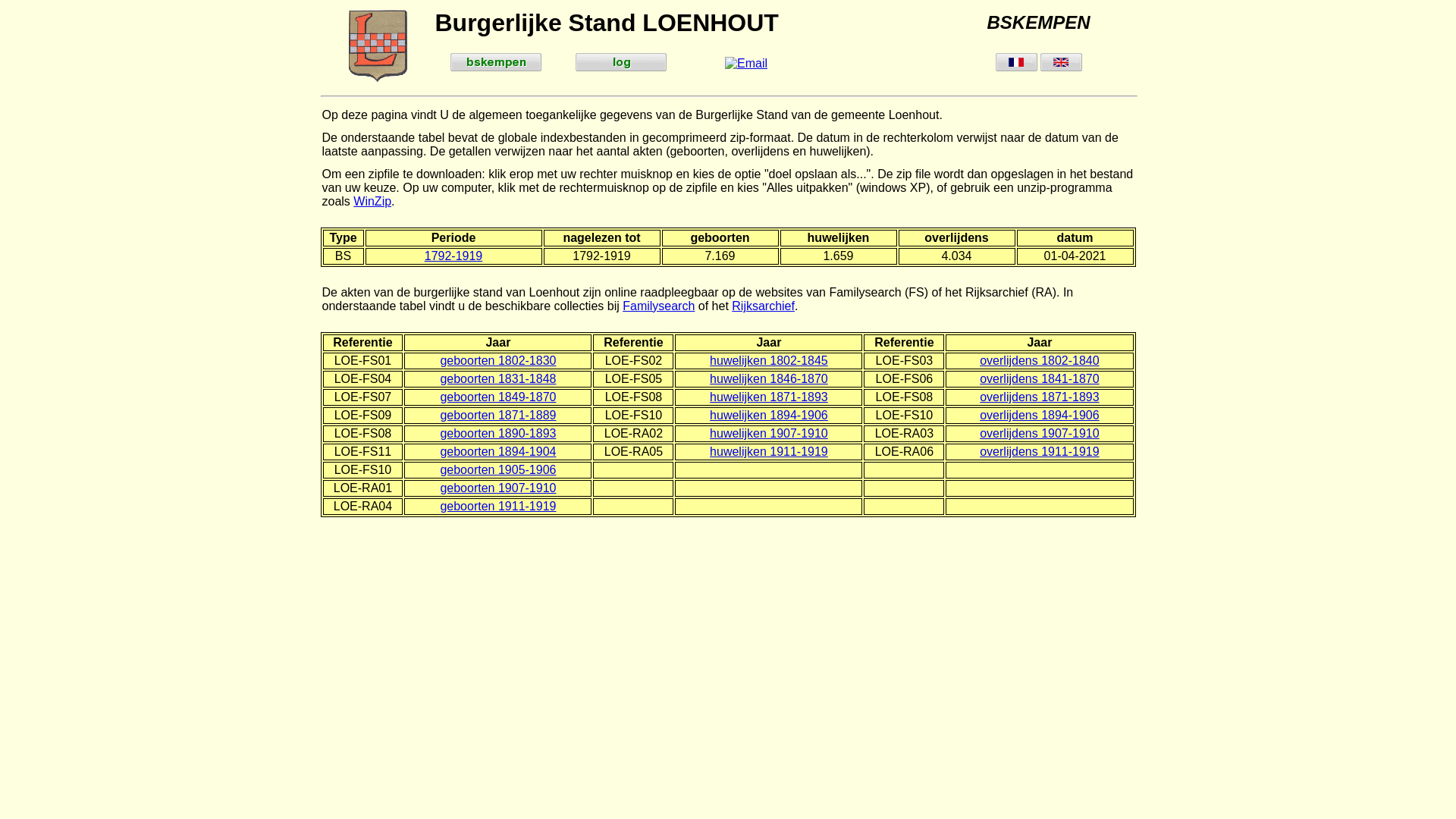 Image resolution: width=1456 pixels, height=819 pixels. What do you see at coordinates (497, 450) in the screenshot?
I see `'geboorten 1894-1904'` at bounding box center [497, 450].